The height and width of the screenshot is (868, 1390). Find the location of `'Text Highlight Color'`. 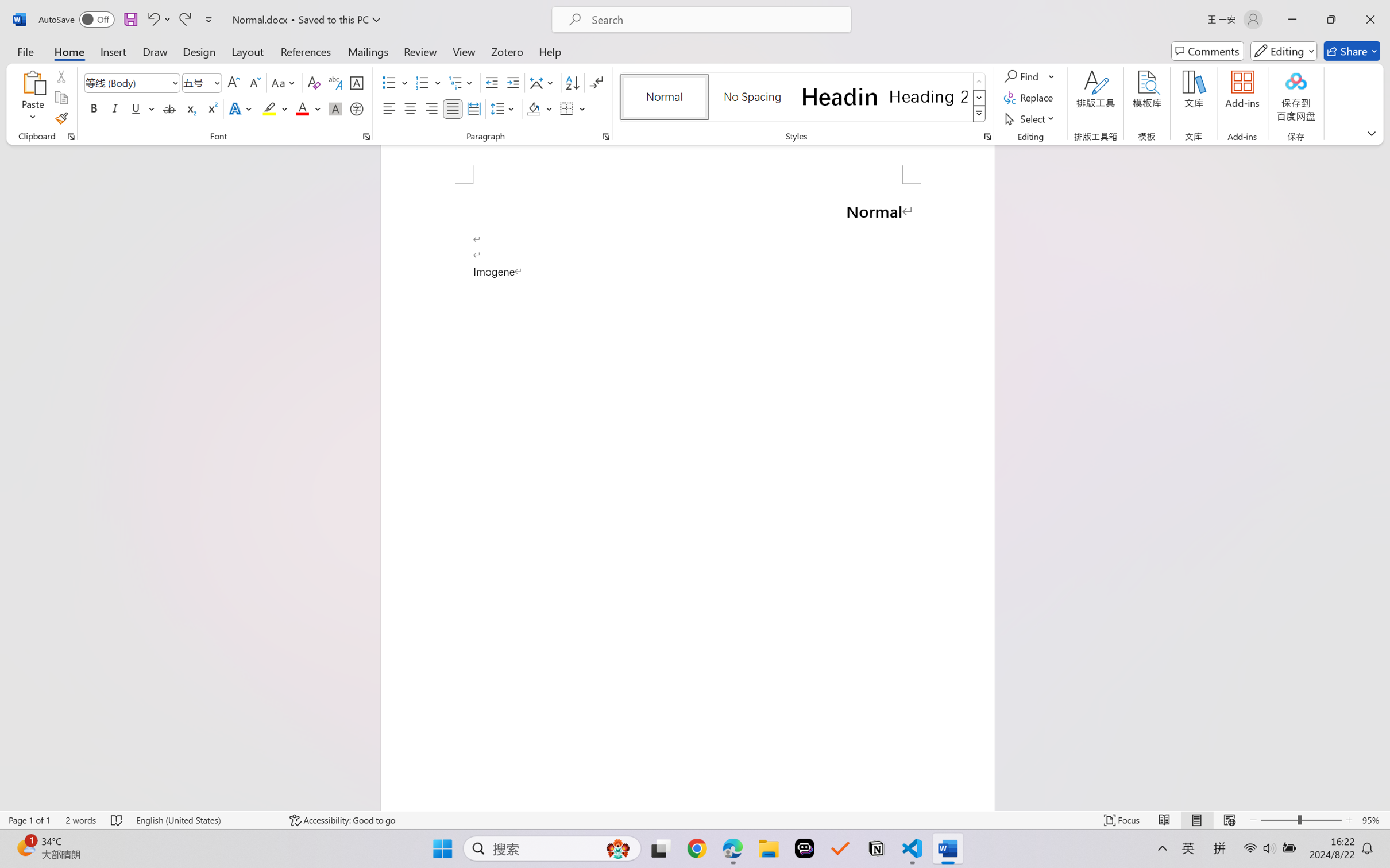

'Text Highlight Color' is located at coordinates (274, 108).